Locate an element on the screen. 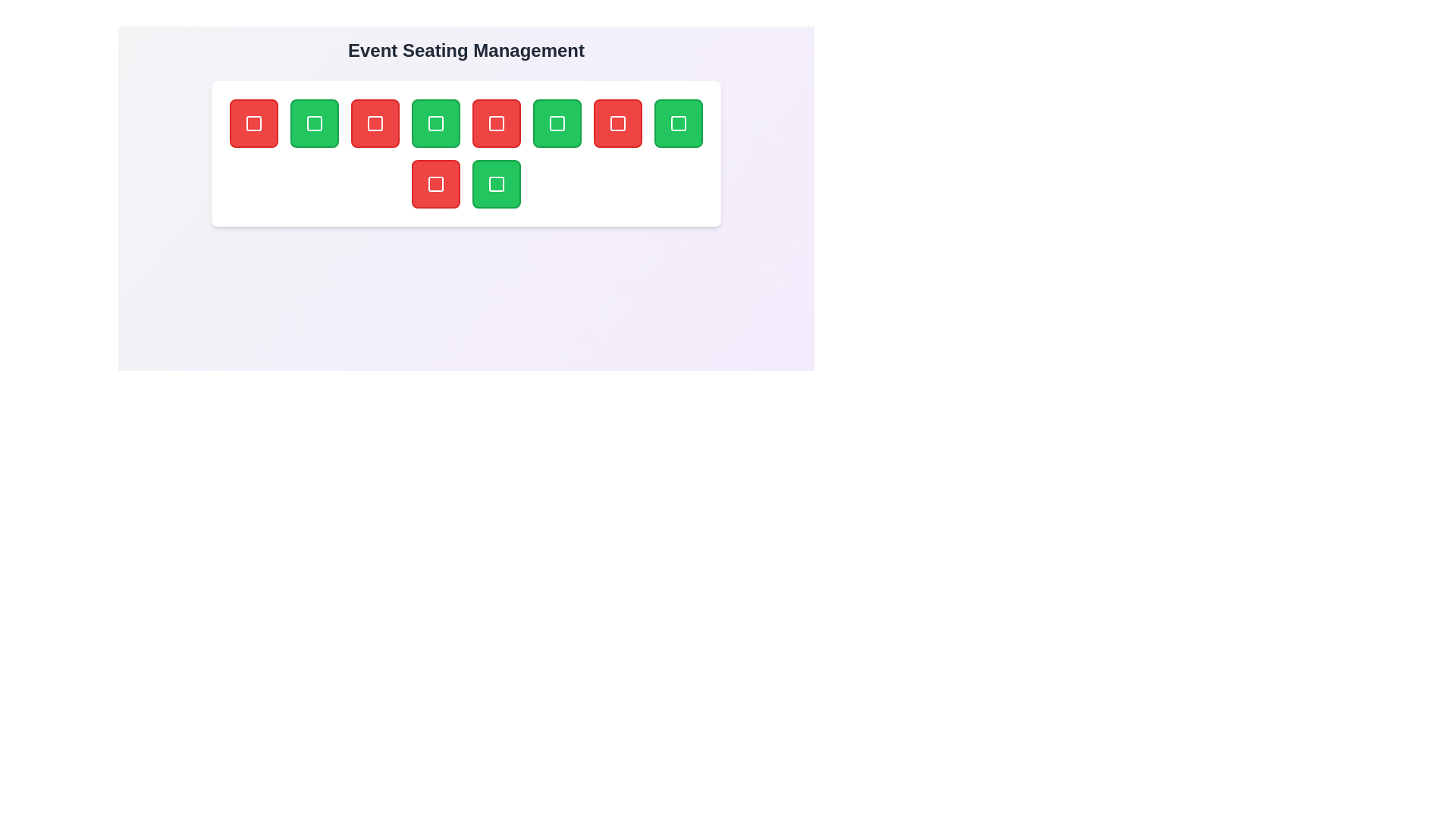  the rounded-square icon element is located at coordinates (618, 122).